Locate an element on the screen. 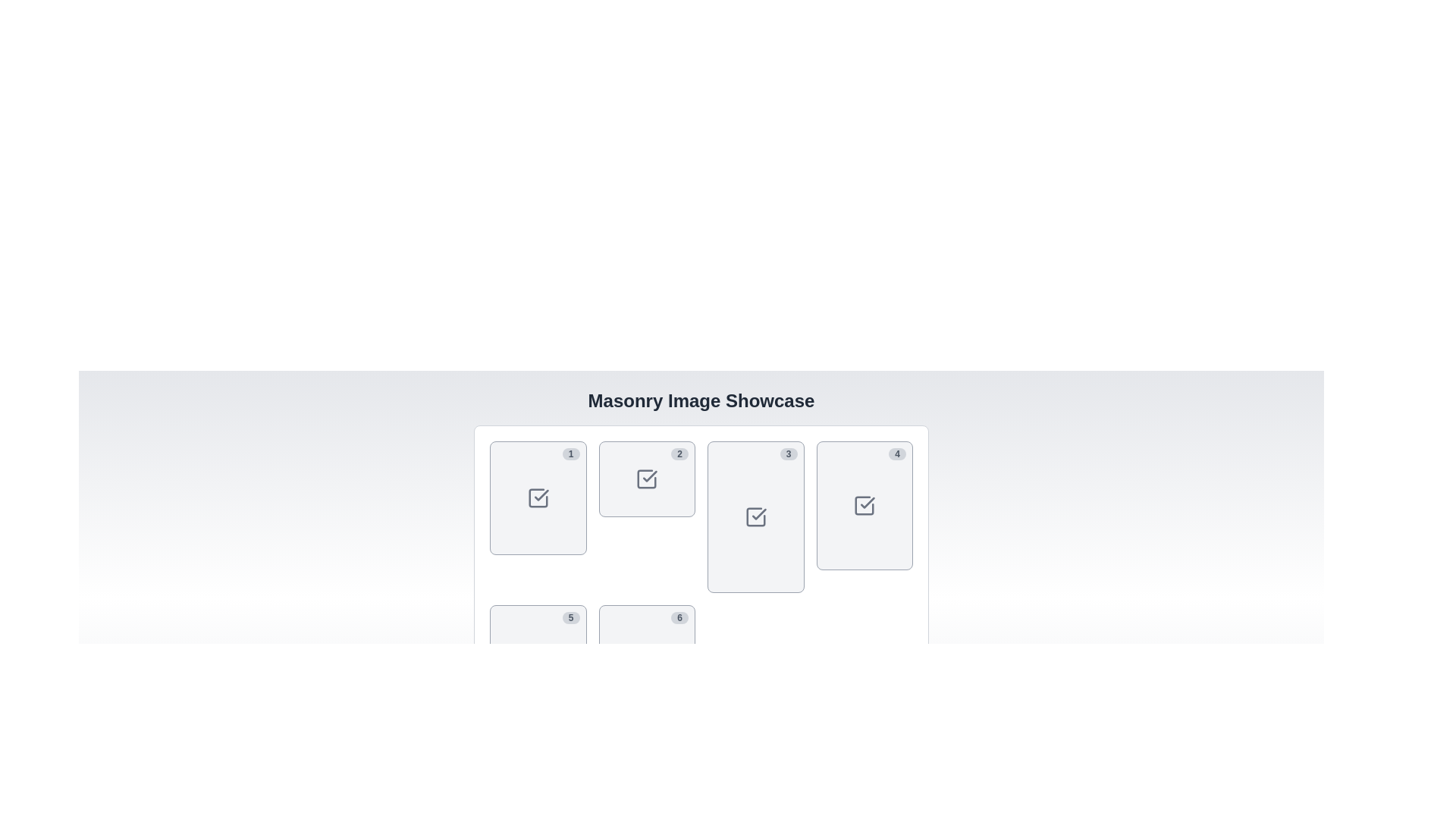 The image size is (1456, 819). icon that indicates the selection or validation of the item in the fifth card of the 'Masonry Image Showcase' section is located at coordinates (538, 654).